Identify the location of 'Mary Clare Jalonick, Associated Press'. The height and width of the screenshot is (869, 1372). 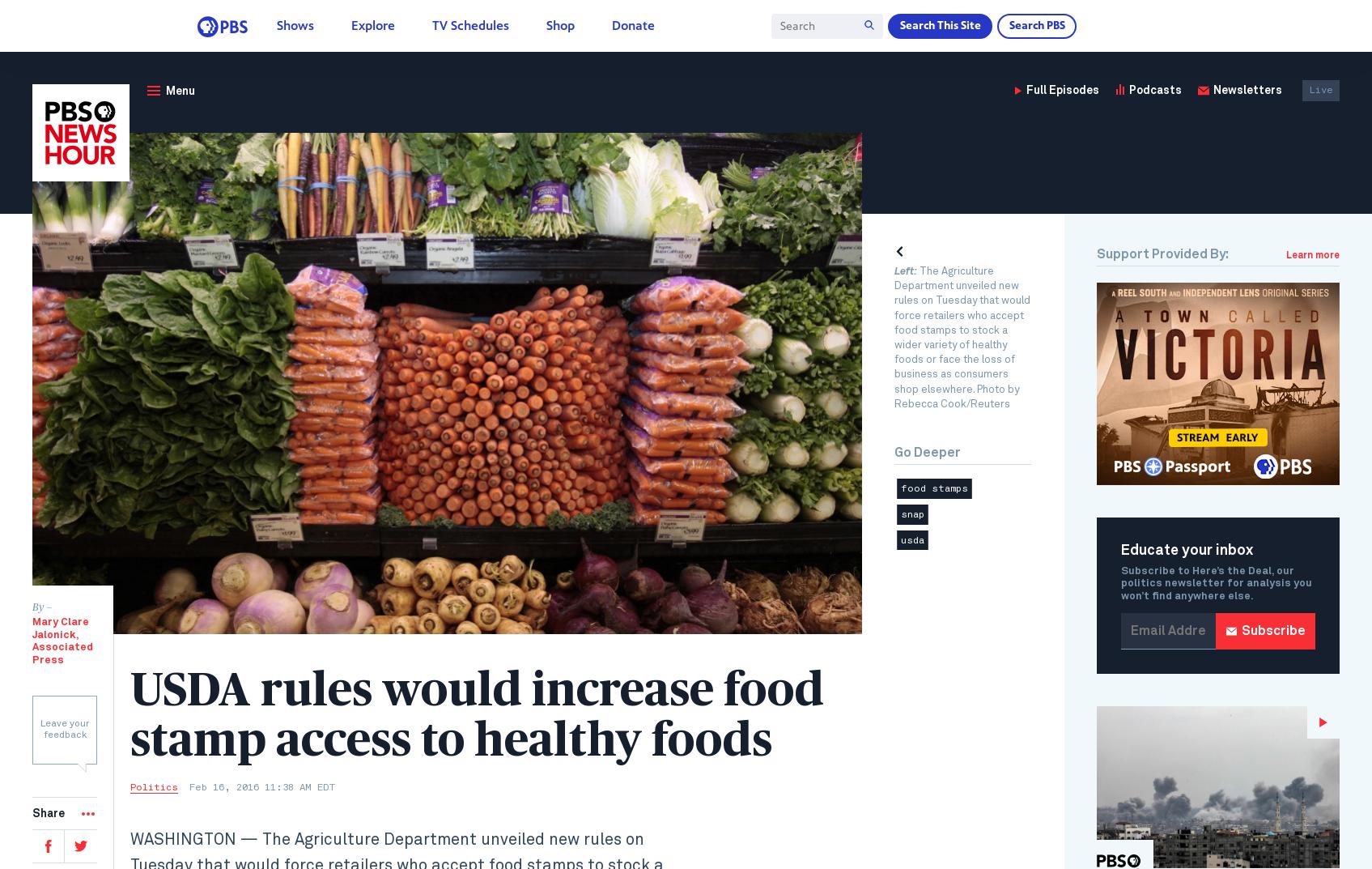
(62, 641).